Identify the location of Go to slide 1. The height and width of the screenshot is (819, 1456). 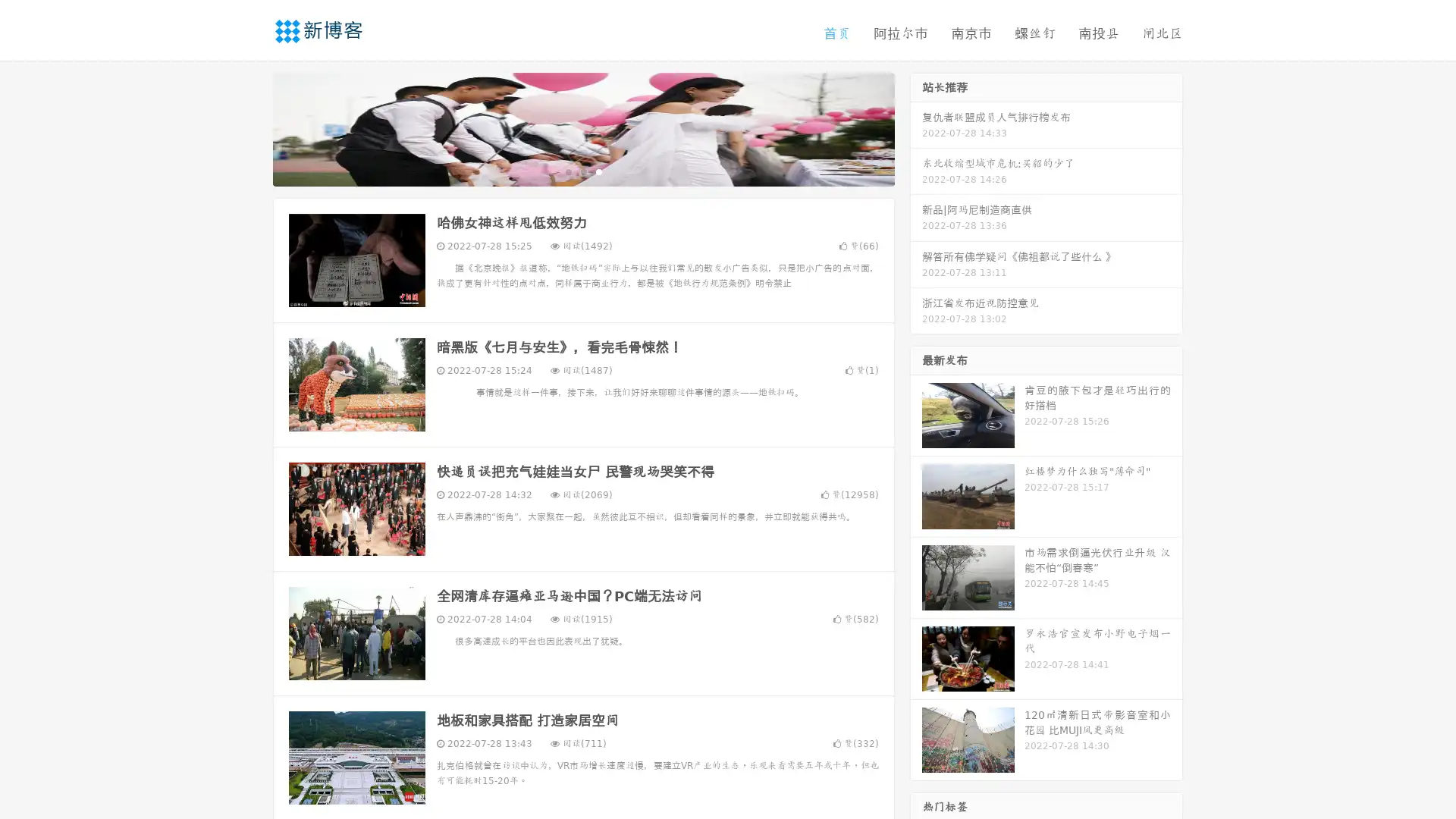
(567, 171).